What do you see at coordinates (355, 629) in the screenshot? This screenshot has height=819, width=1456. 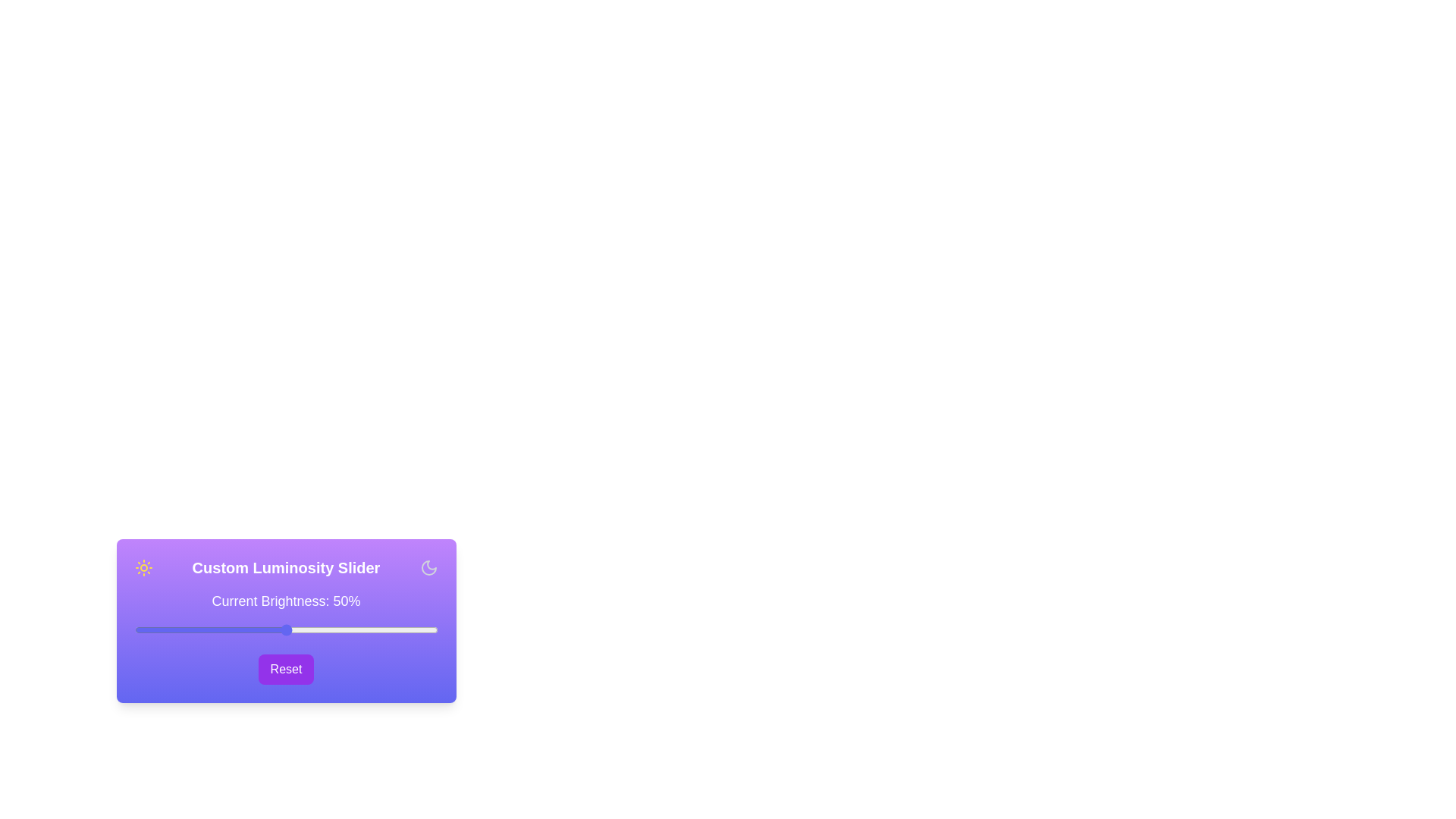 I see `brightness` at bounding box center [355, 629].